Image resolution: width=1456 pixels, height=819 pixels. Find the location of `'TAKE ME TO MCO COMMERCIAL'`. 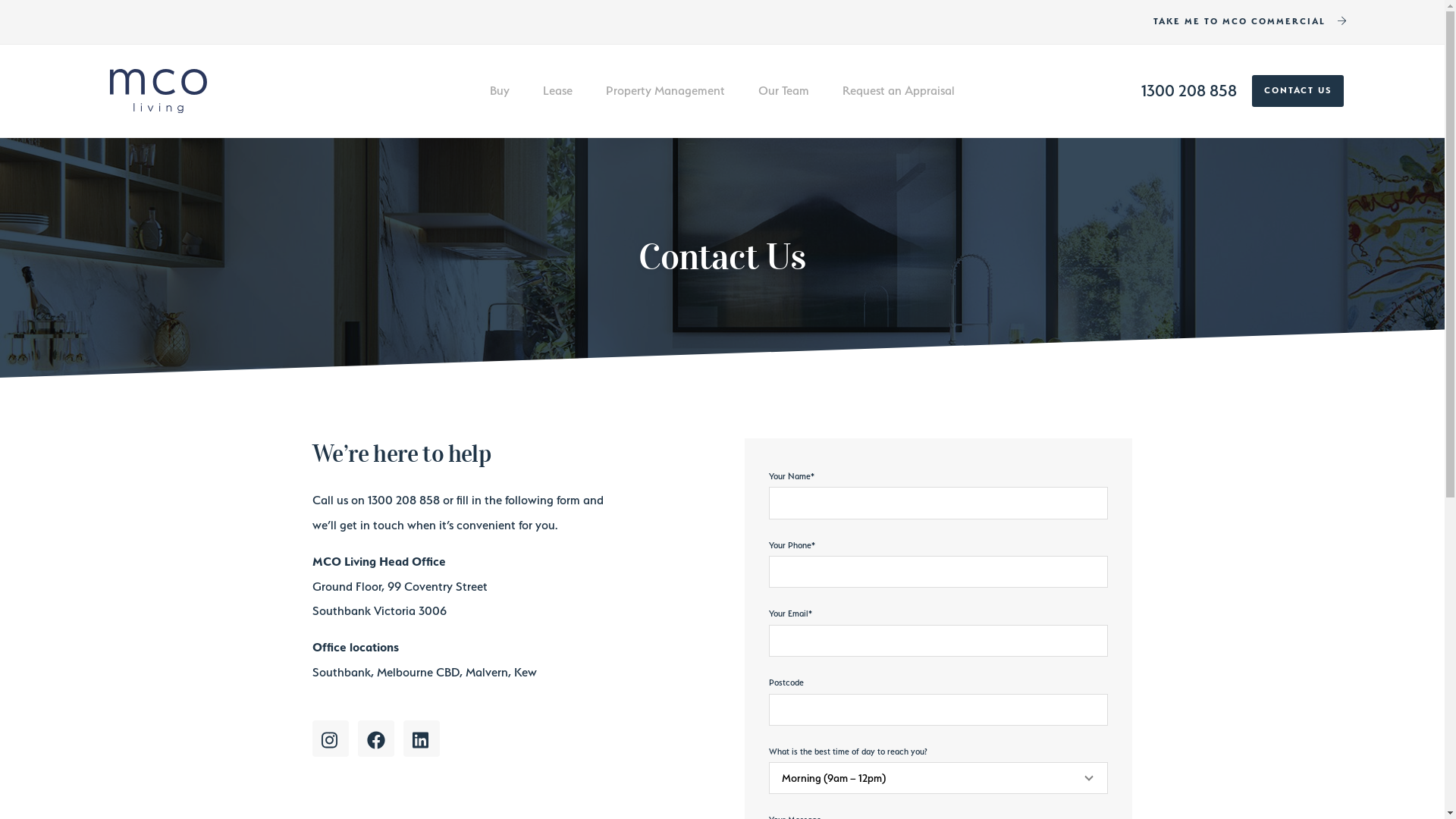

'TAKE ME TO MCO COMMERCIAL' is located at coordinates (1250, 22).